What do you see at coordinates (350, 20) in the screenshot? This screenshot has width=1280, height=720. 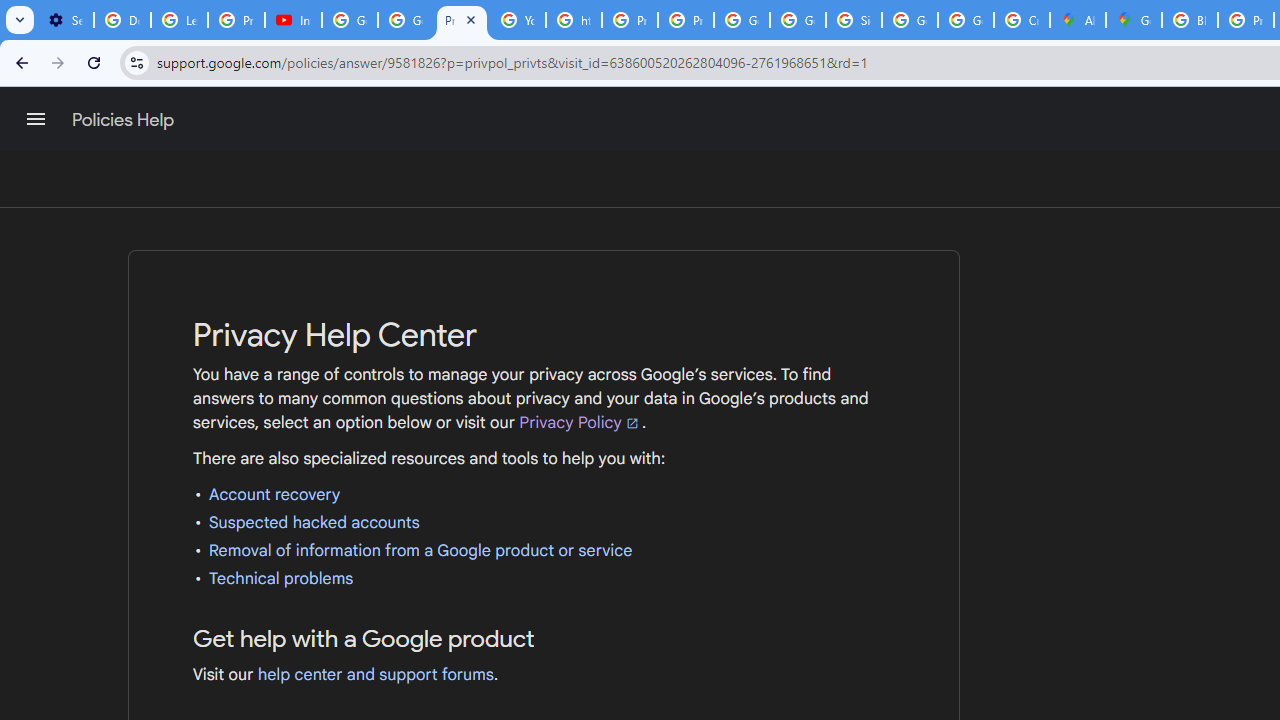 I see `'Google Account Help'` at bounding box center [350, 20].